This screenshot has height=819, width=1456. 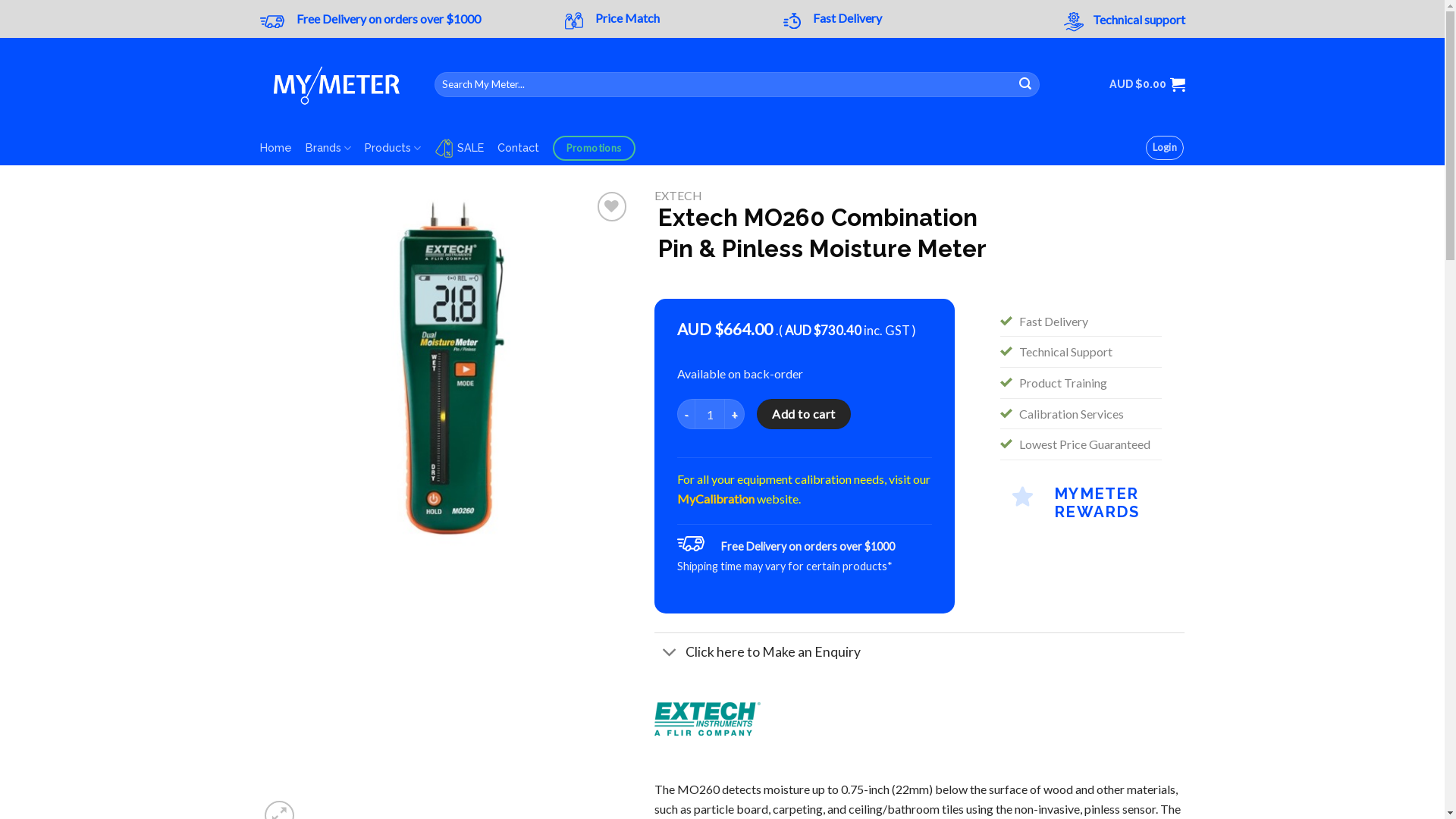 What do you see at coordinates (275, 148) in the screenshot?
I see `'Home'` at bounding box center [275, 148].